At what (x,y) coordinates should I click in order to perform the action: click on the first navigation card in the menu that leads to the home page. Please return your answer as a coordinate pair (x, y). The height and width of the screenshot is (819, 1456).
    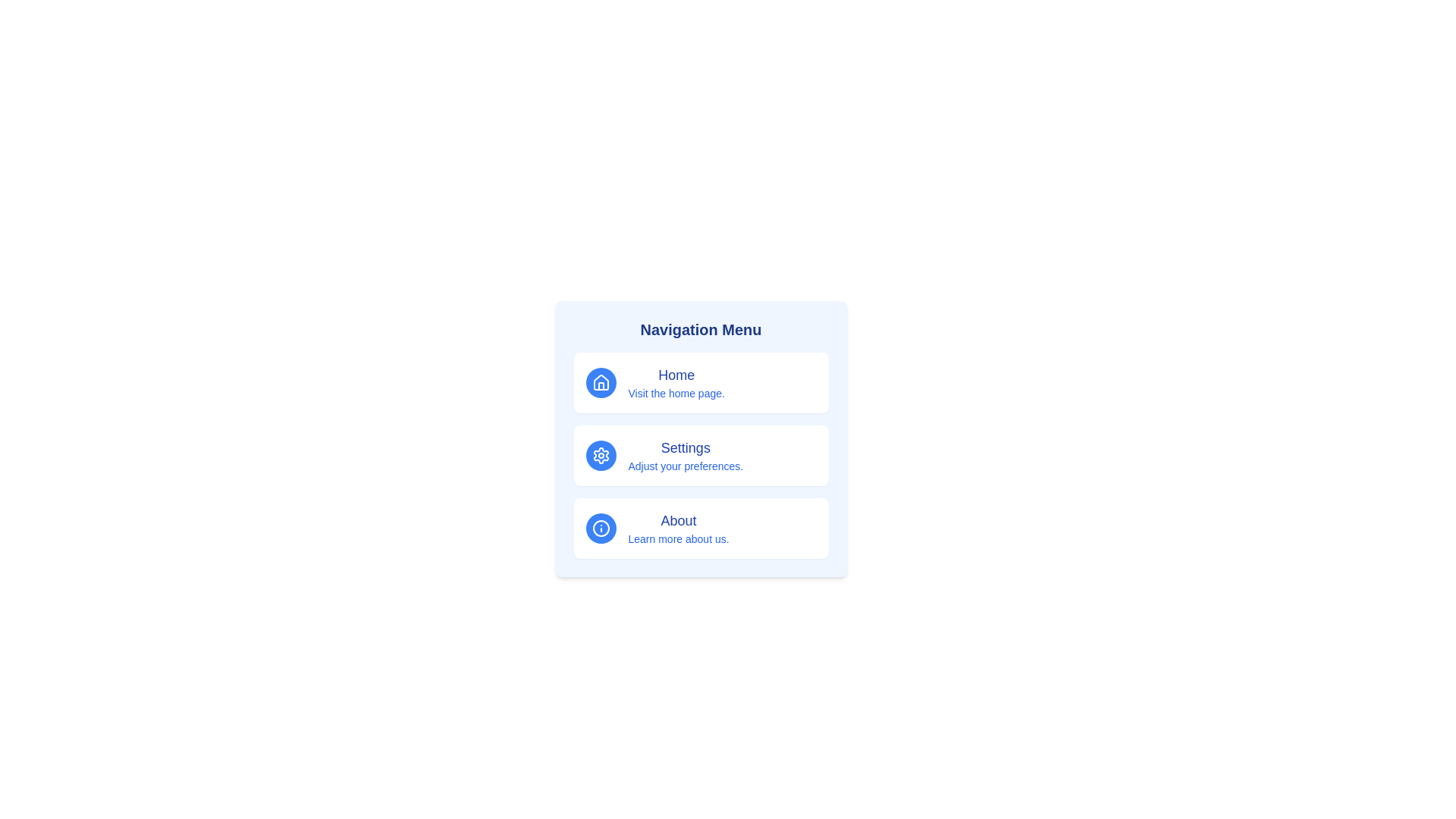
    Looking at the image, I should click on (700, 382).